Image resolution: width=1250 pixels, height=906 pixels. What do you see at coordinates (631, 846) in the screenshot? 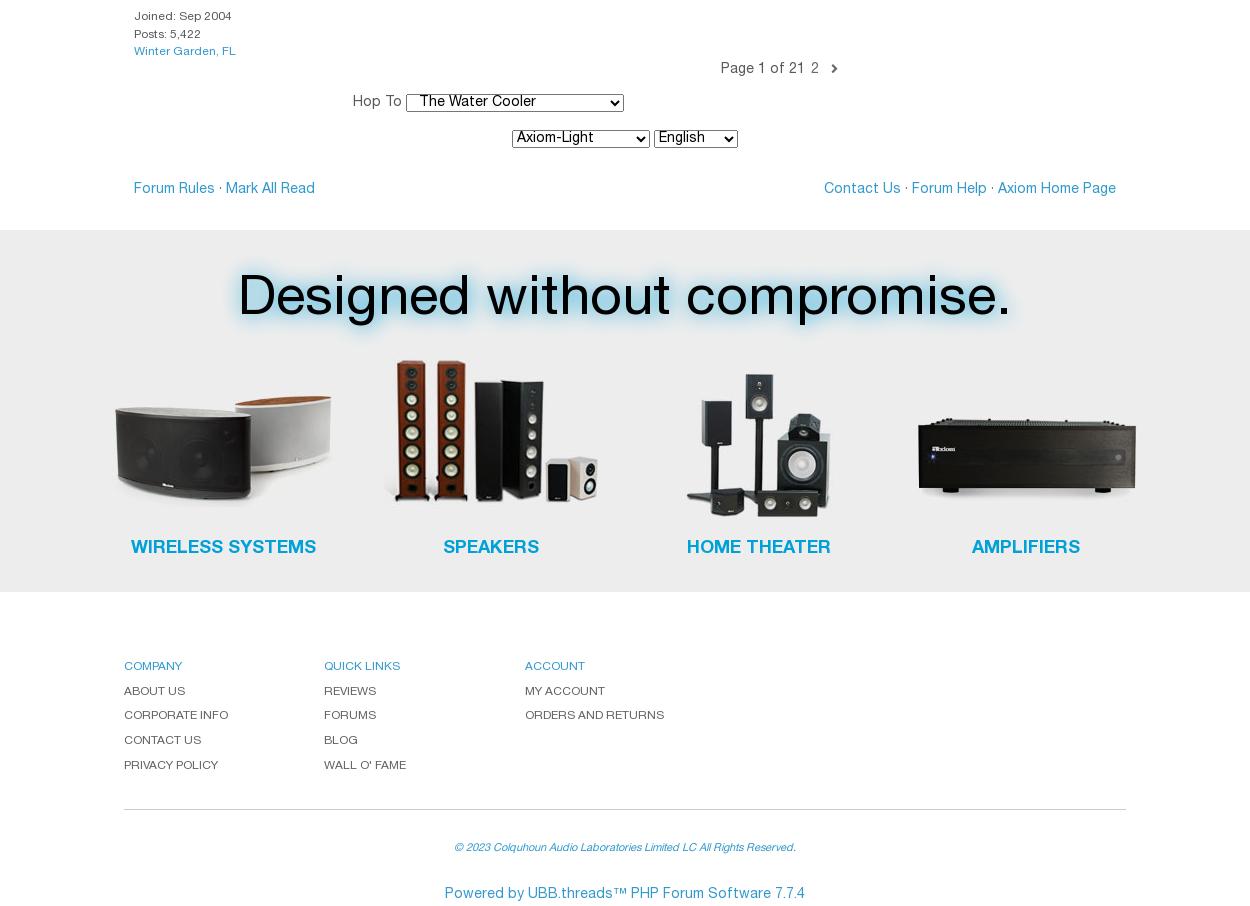
I see `'2023 Colquhoun Audio Laboratories Limited LC
All Rights Reserved.'` at bounding box center [631, 846].